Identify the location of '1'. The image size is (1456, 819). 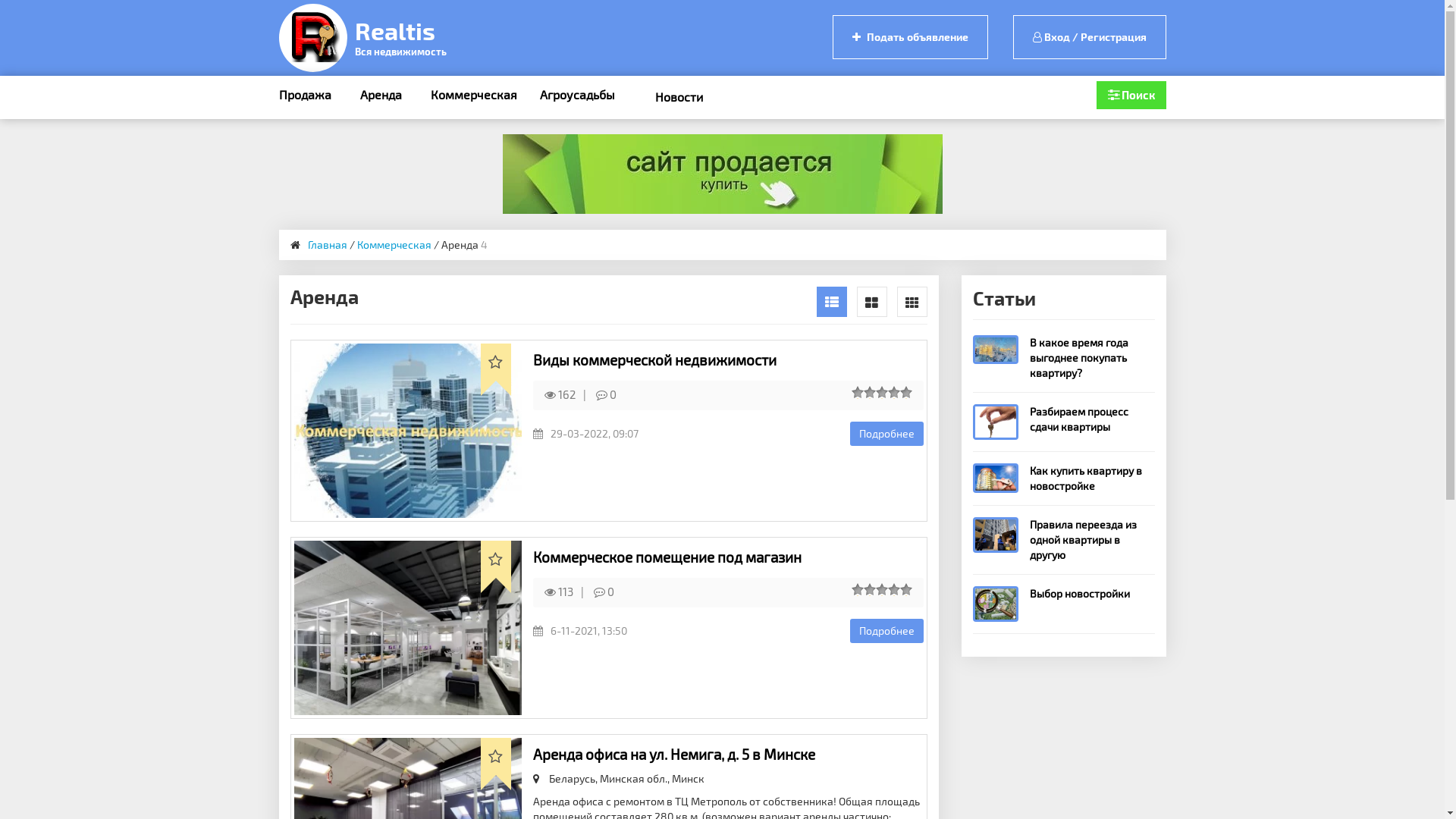
(851, 391).